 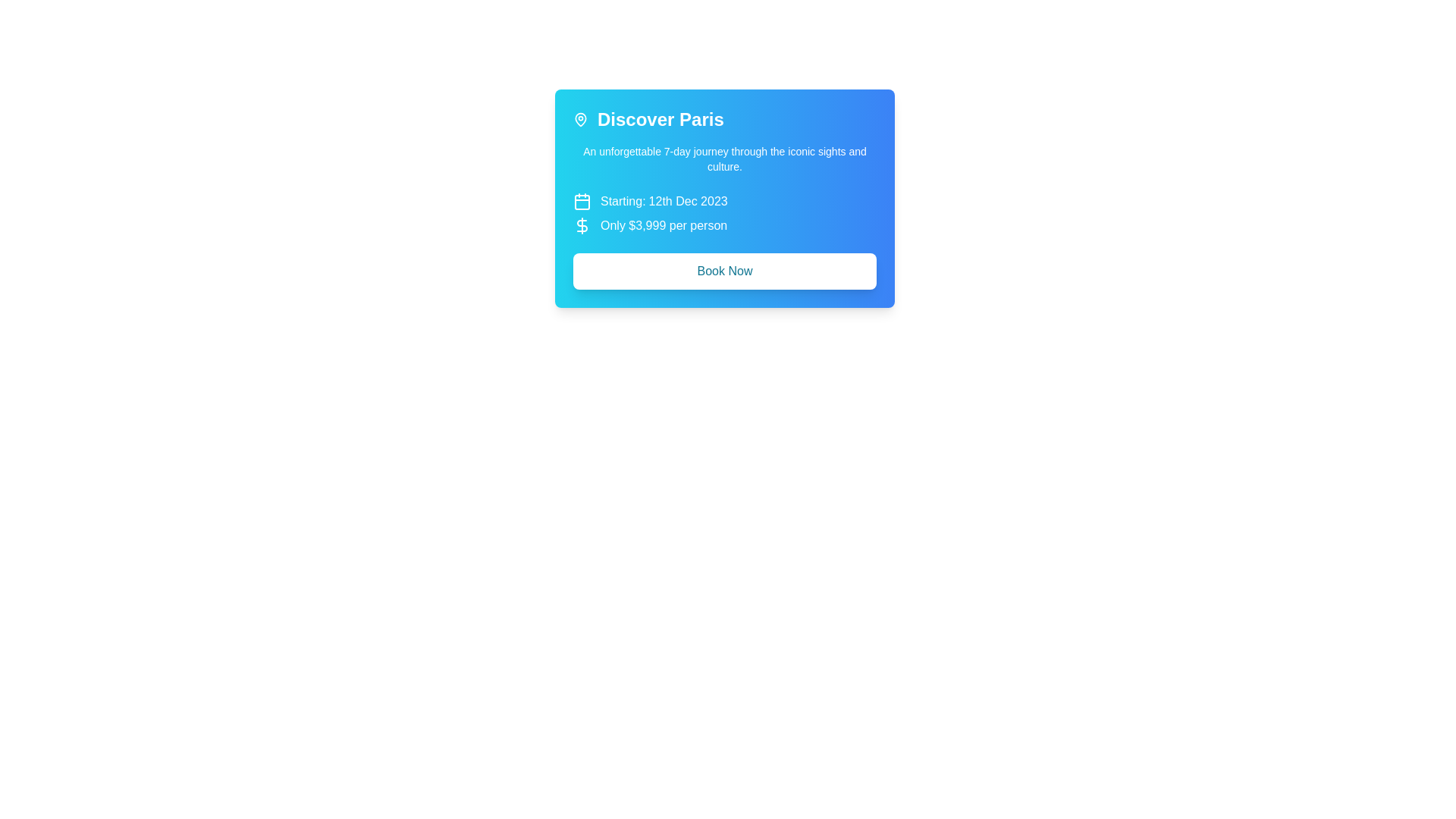 What do you see at coordinates (723, 158) in the screenshot?
I see `the Text Label that provides a descriptive summary of the travel experience, located below the title 'Discover Paris' and above the starting date and price information` at bounding box center [723, 158].